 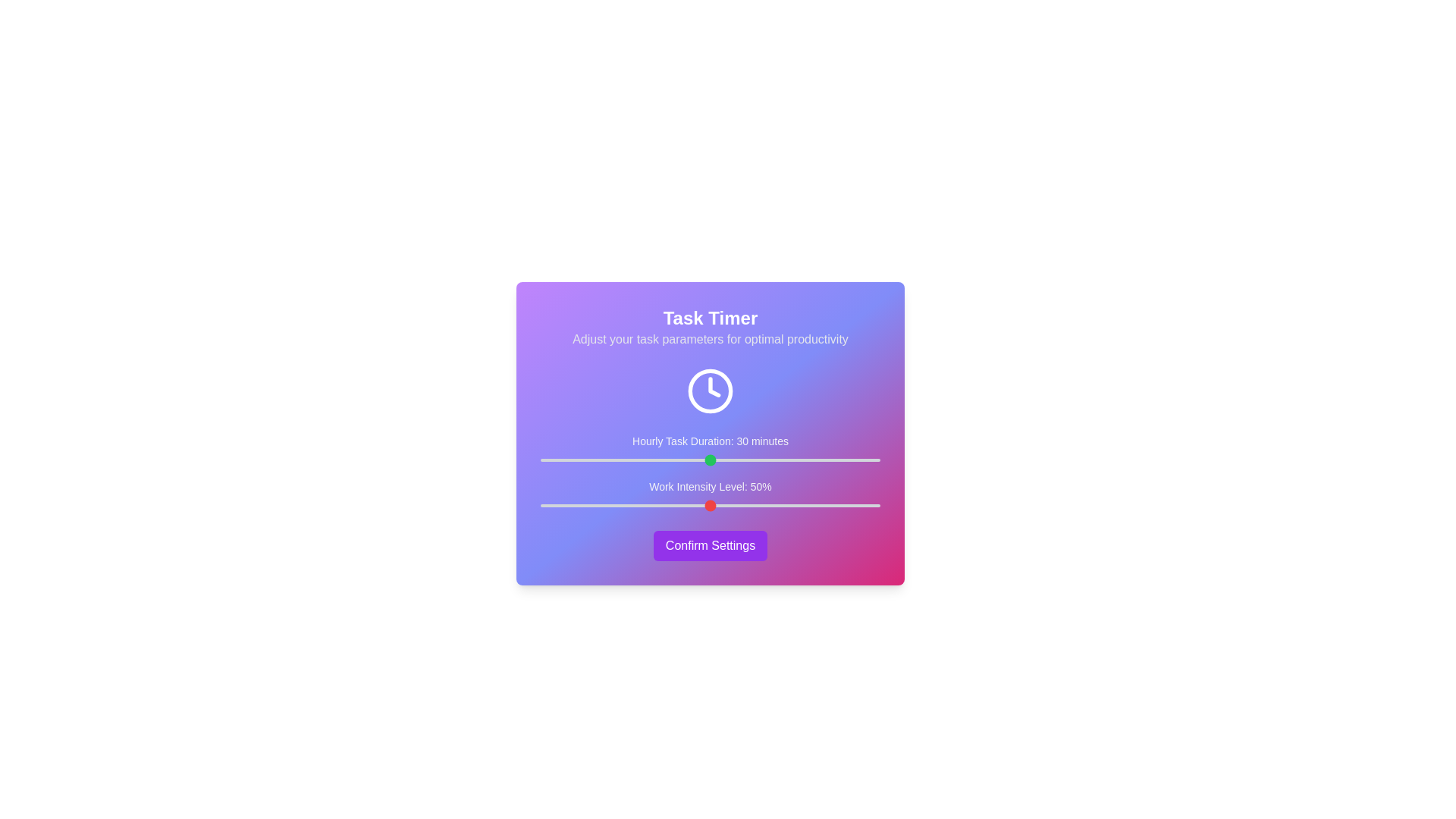 What do you see at coordinates (681, 459) in the screenshot?
I see `the 'Hourly Task Duration' slider to 25 minutes` at bounding box center [681, 459].